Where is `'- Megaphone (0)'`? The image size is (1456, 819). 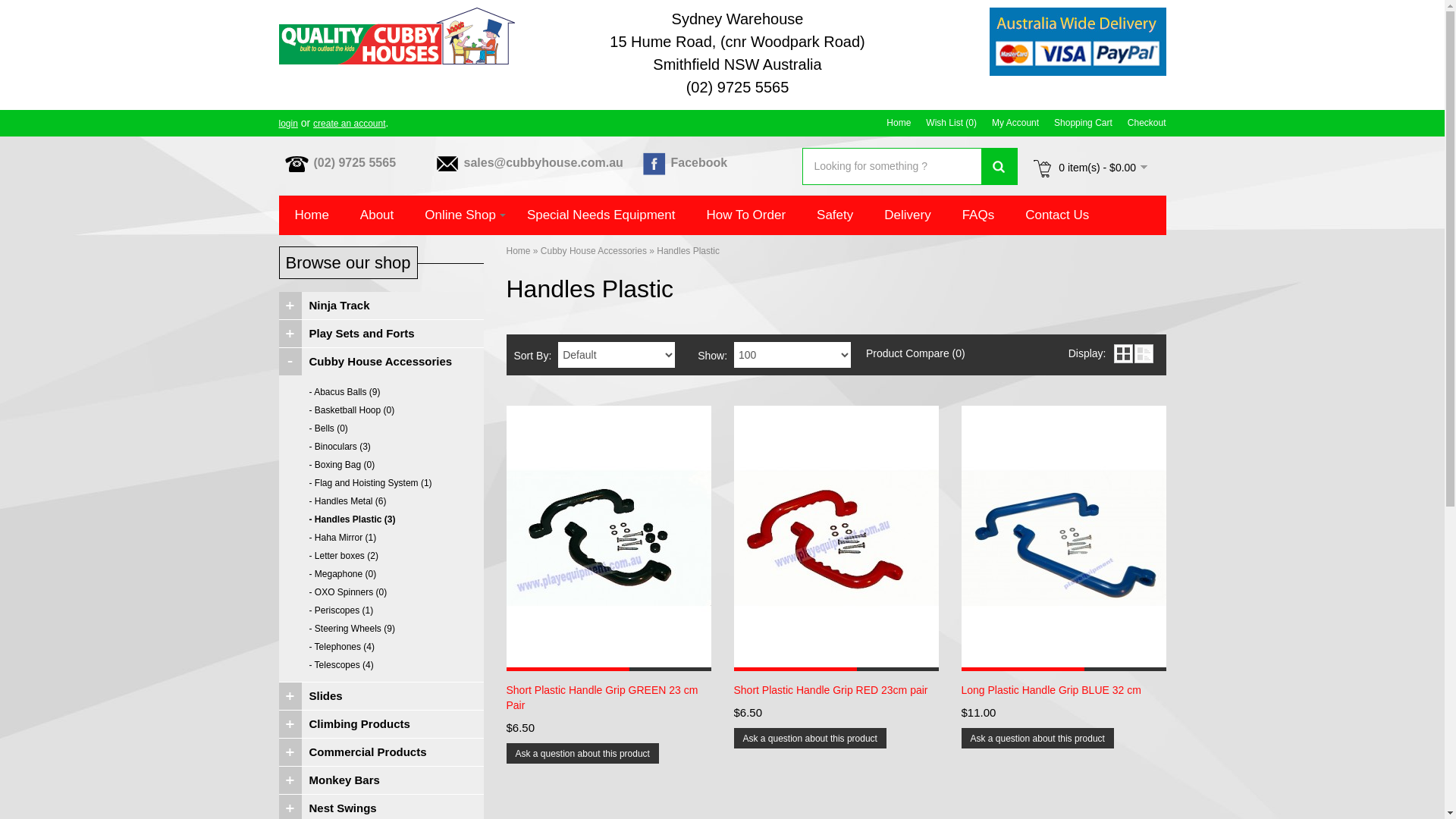 '- Megaphone (0)' is located at coordinates (381, 573).